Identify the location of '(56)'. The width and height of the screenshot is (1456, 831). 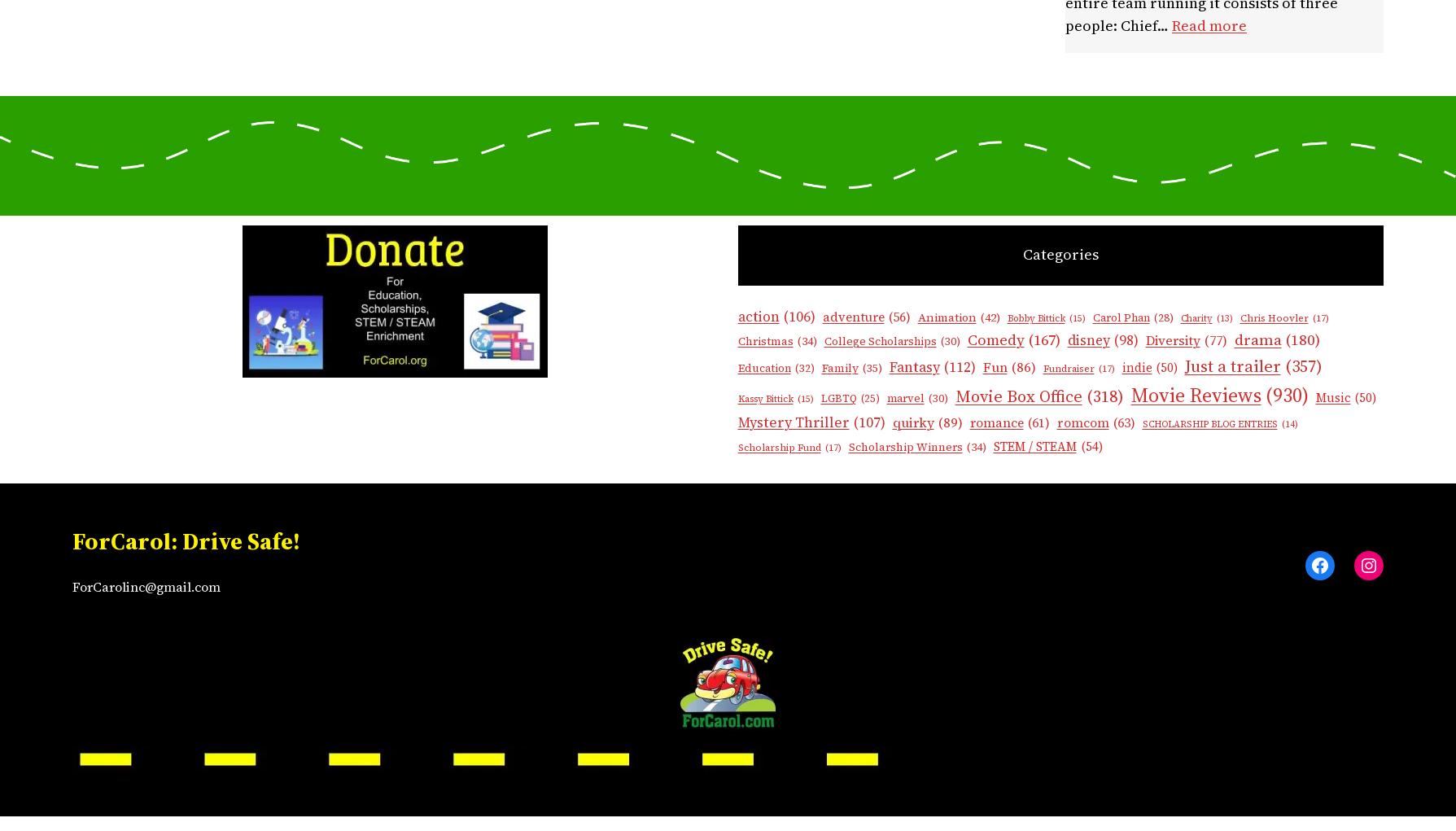
(898, 316).